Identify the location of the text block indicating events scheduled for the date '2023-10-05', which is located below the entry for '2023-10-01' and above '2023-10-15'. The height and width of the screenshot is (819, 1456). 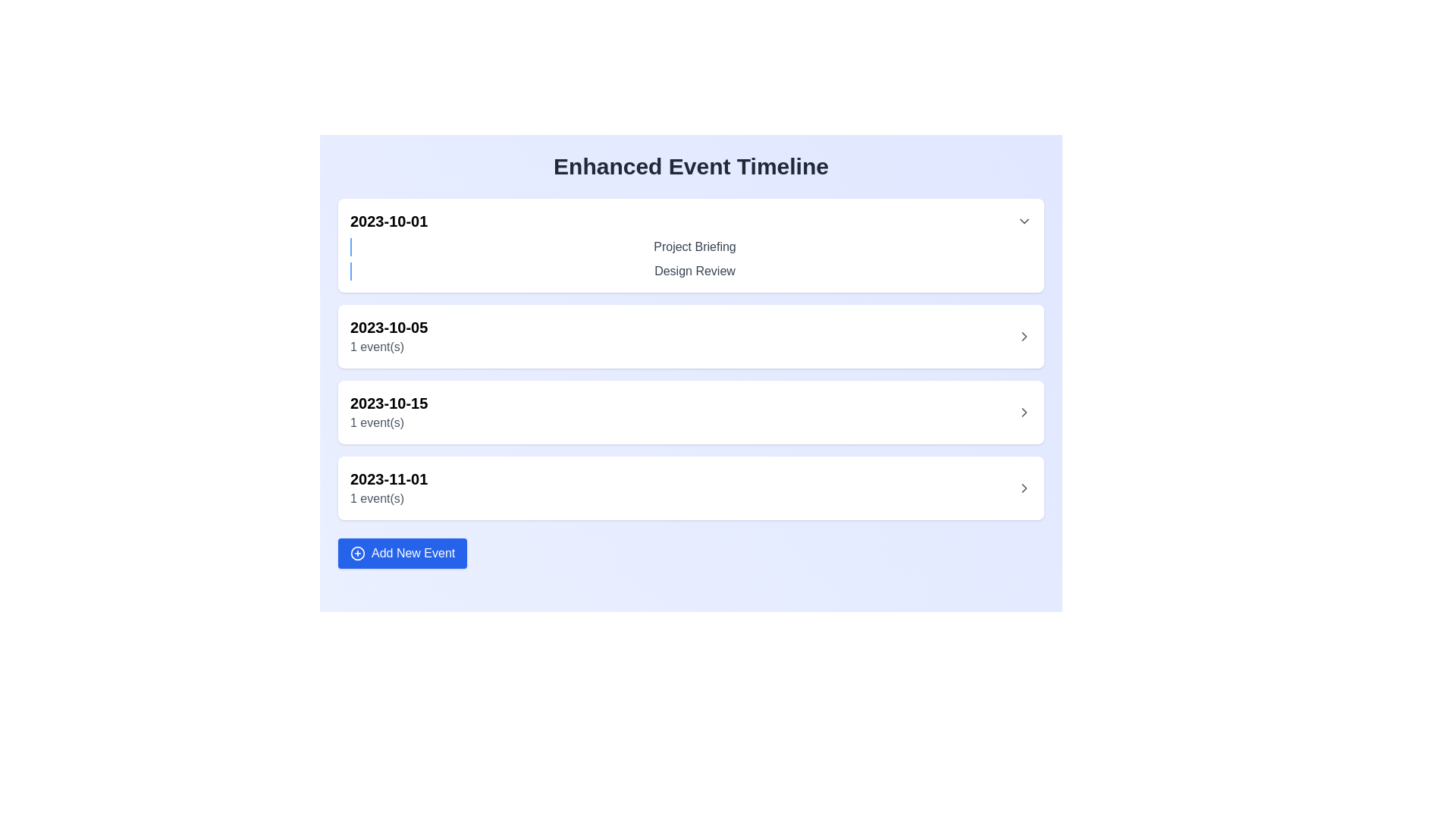
(389, 335).